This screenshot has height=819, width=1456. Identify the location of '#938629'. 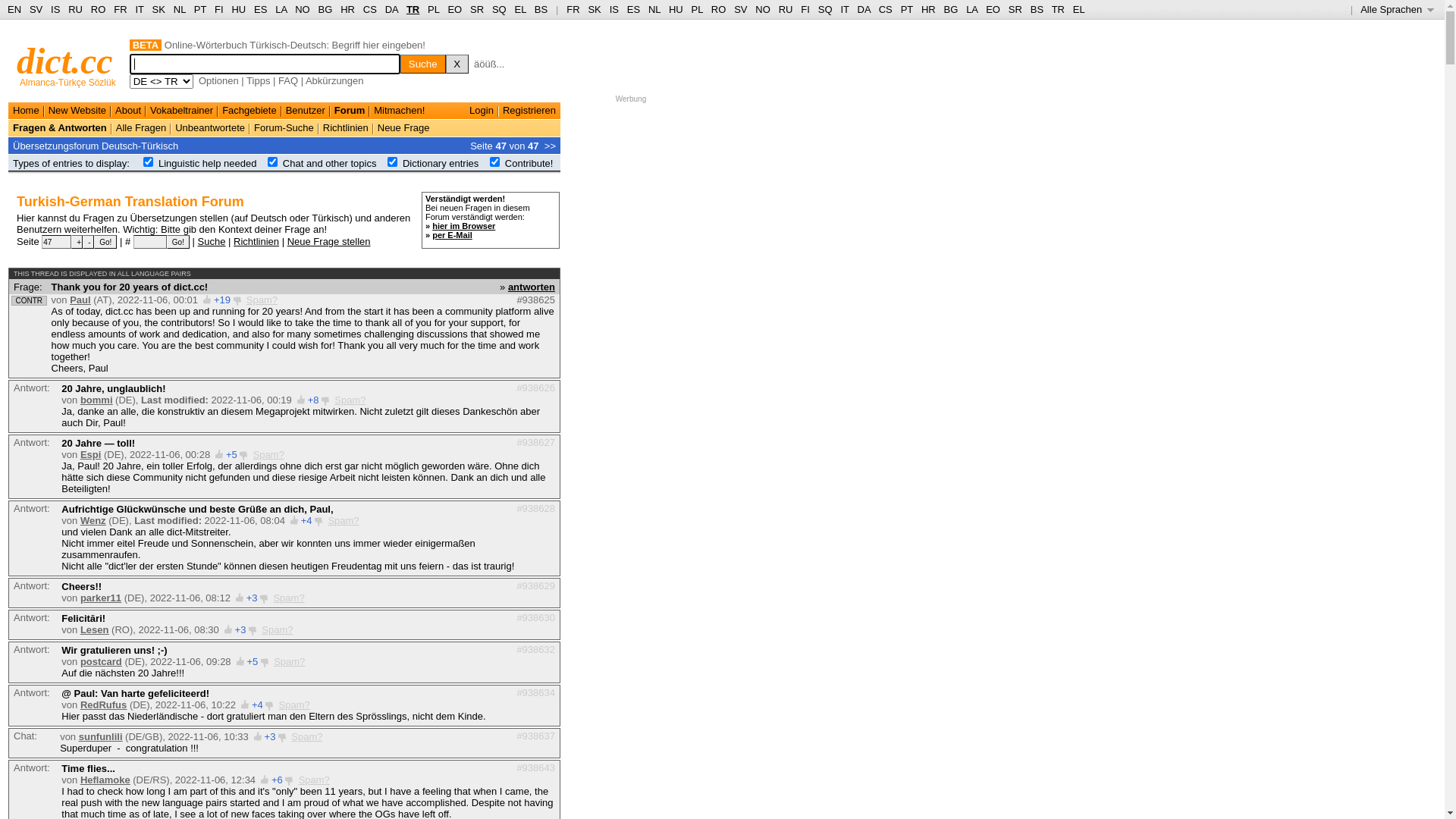
(535, 584).